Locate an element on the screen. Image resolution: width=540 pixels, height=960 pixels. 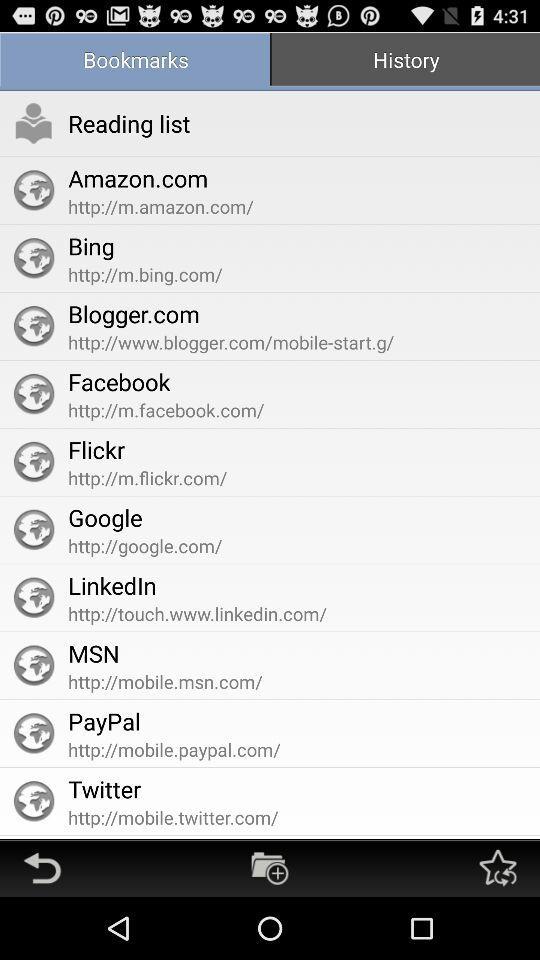
the item above http www blogger is located at coordinates (405, 61).